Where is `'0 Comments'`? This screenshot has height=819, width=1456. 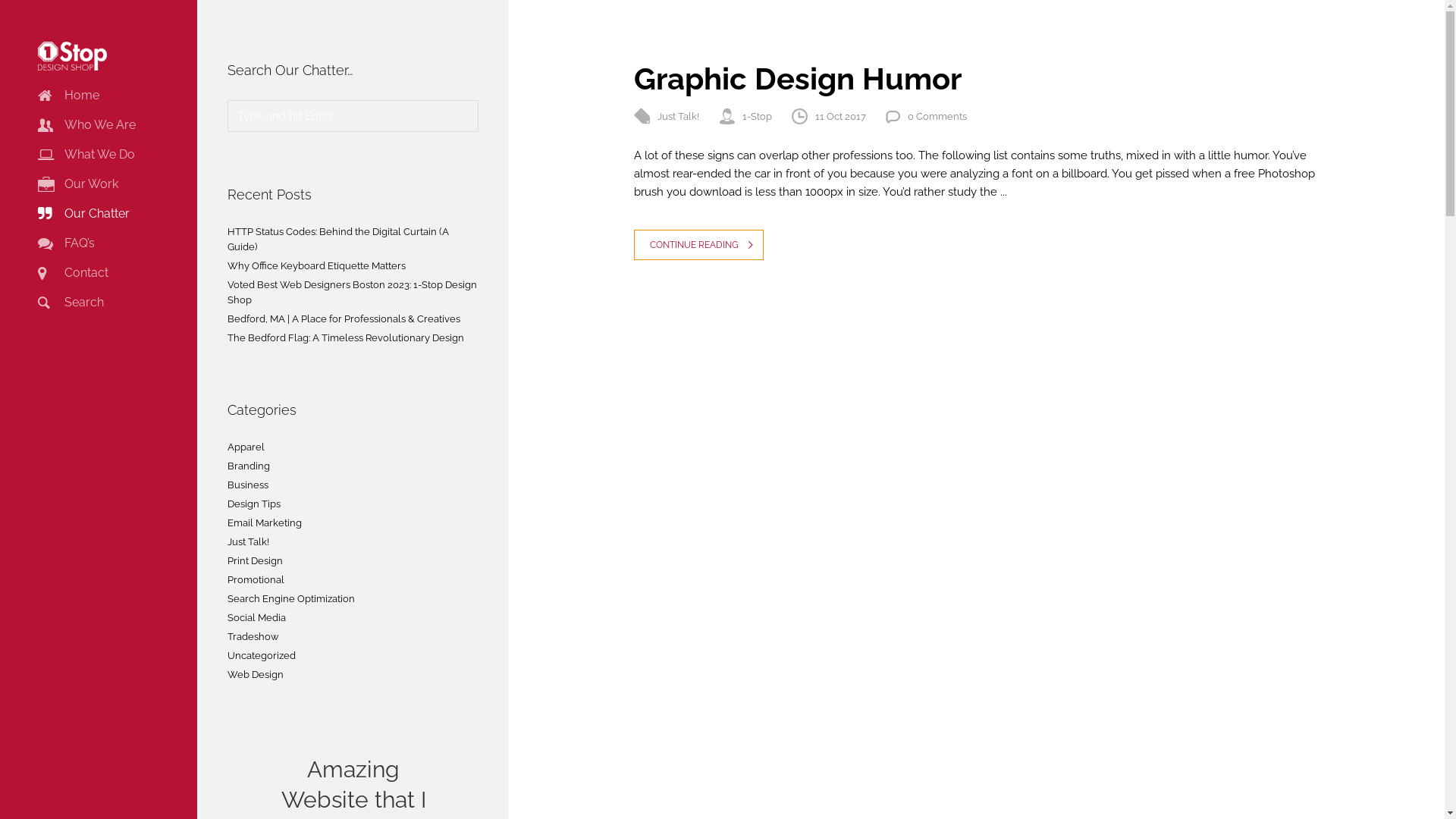 '0 Comments' is located at coordinates (937, 115).